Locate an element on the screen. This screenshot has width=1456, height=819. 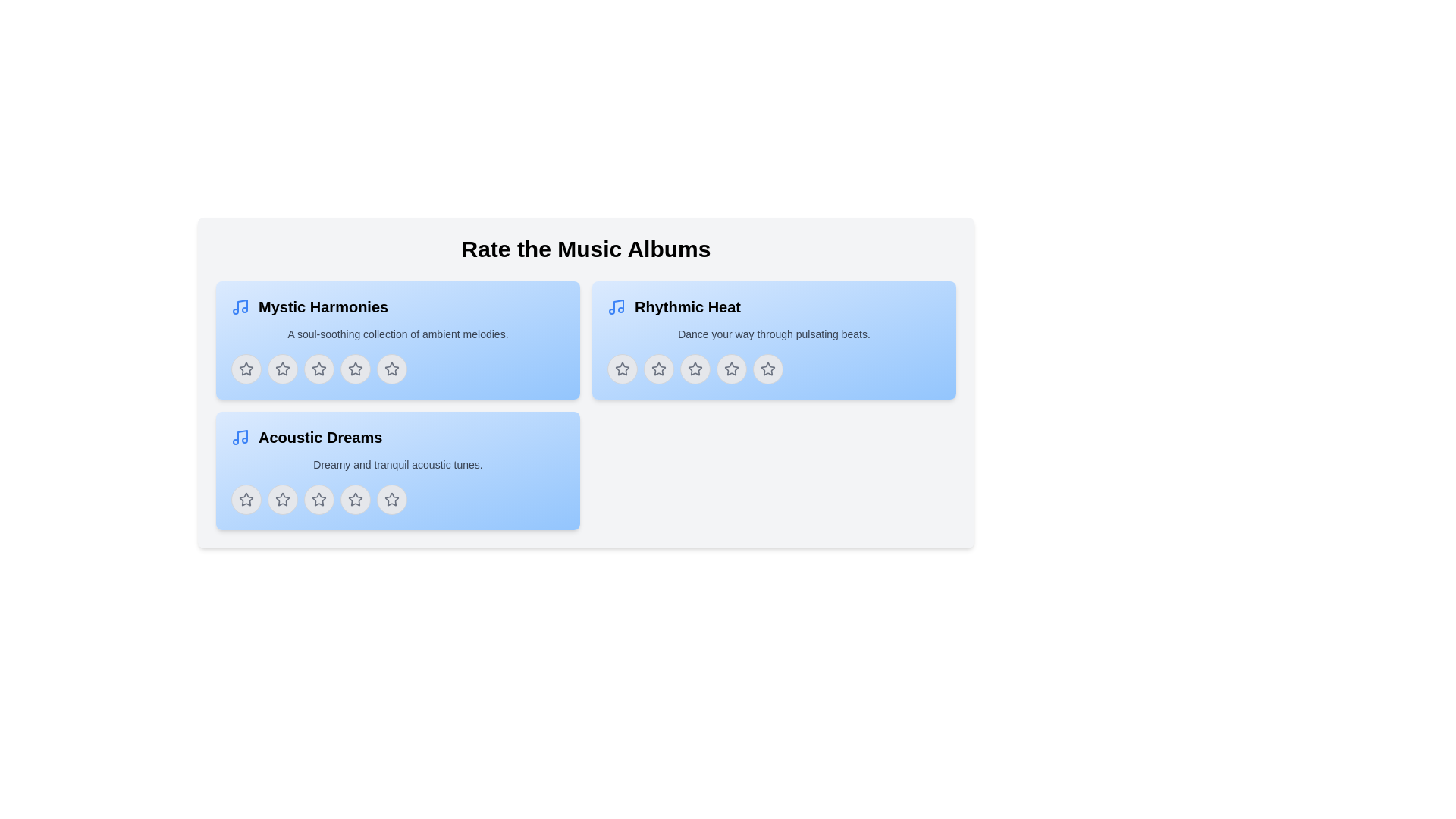
the third star rating button for the 'Mystic Harmonies' album is located at coordinates (318, 369).